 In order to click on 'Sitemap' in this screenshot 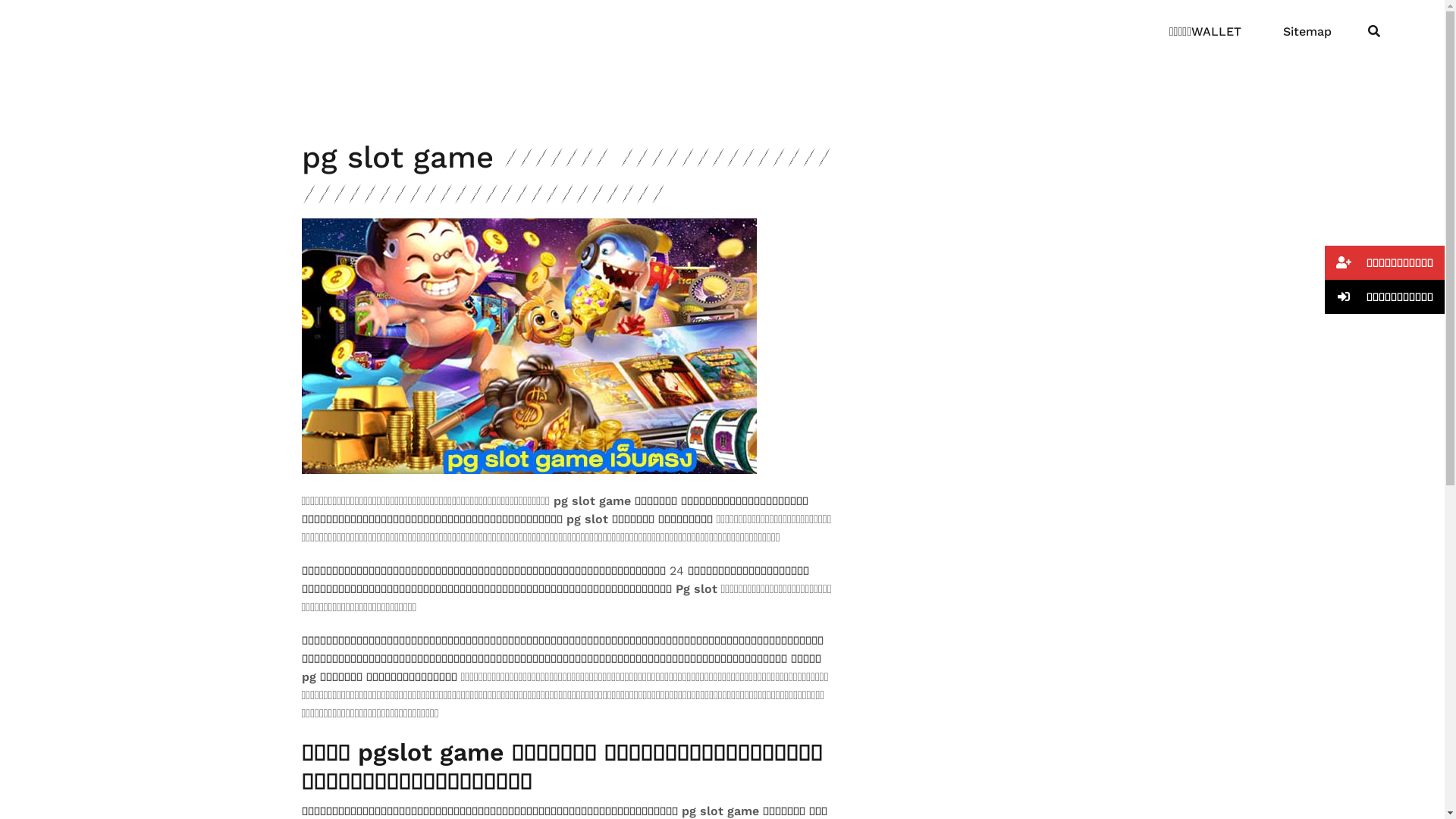, I will do `click(1282, 32)`.